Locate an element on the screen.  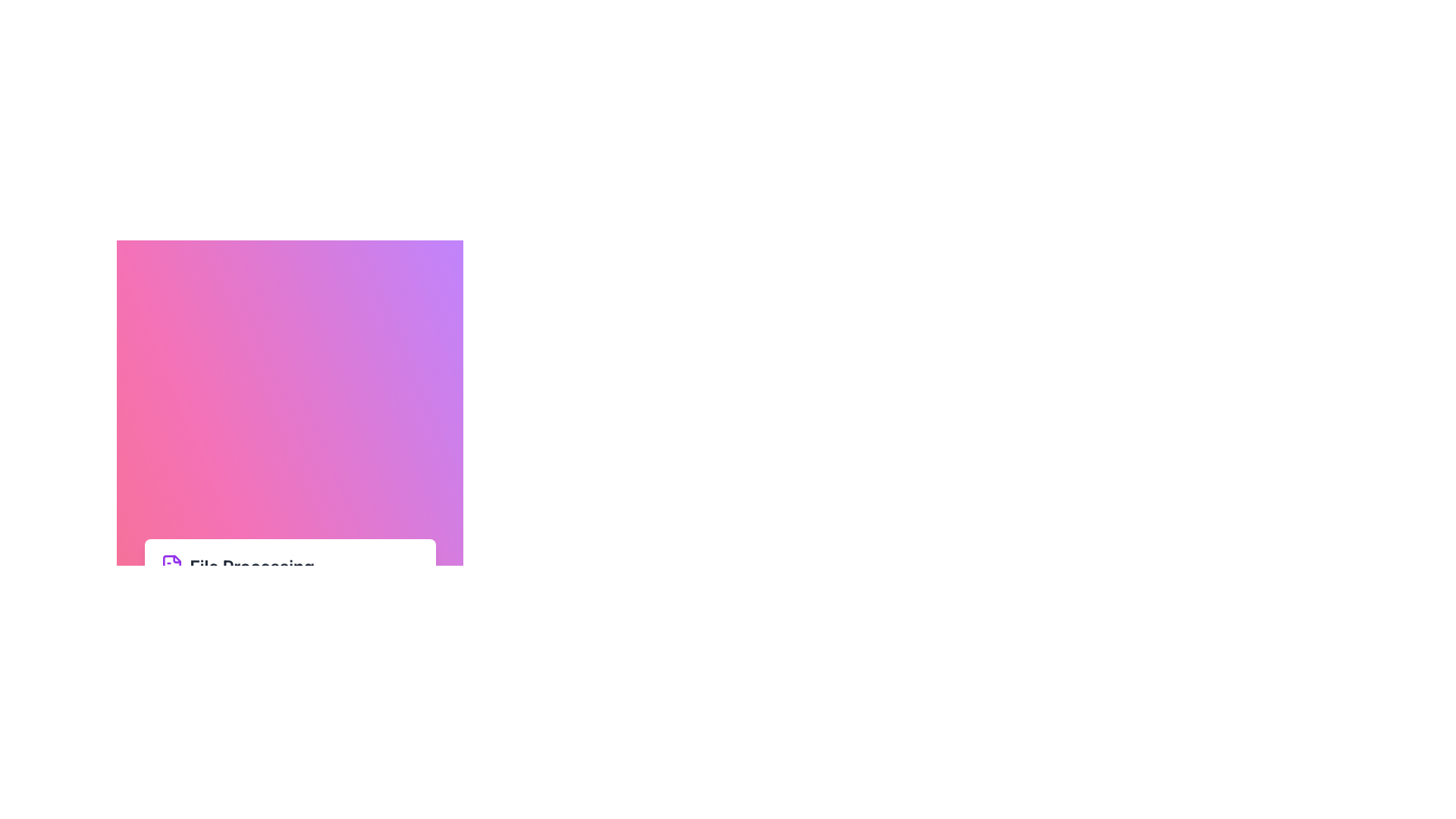
the SVG document icon, which has a folded corner and is purple in color, located above the label 'File Processing' is located at coordinates (171, 566).